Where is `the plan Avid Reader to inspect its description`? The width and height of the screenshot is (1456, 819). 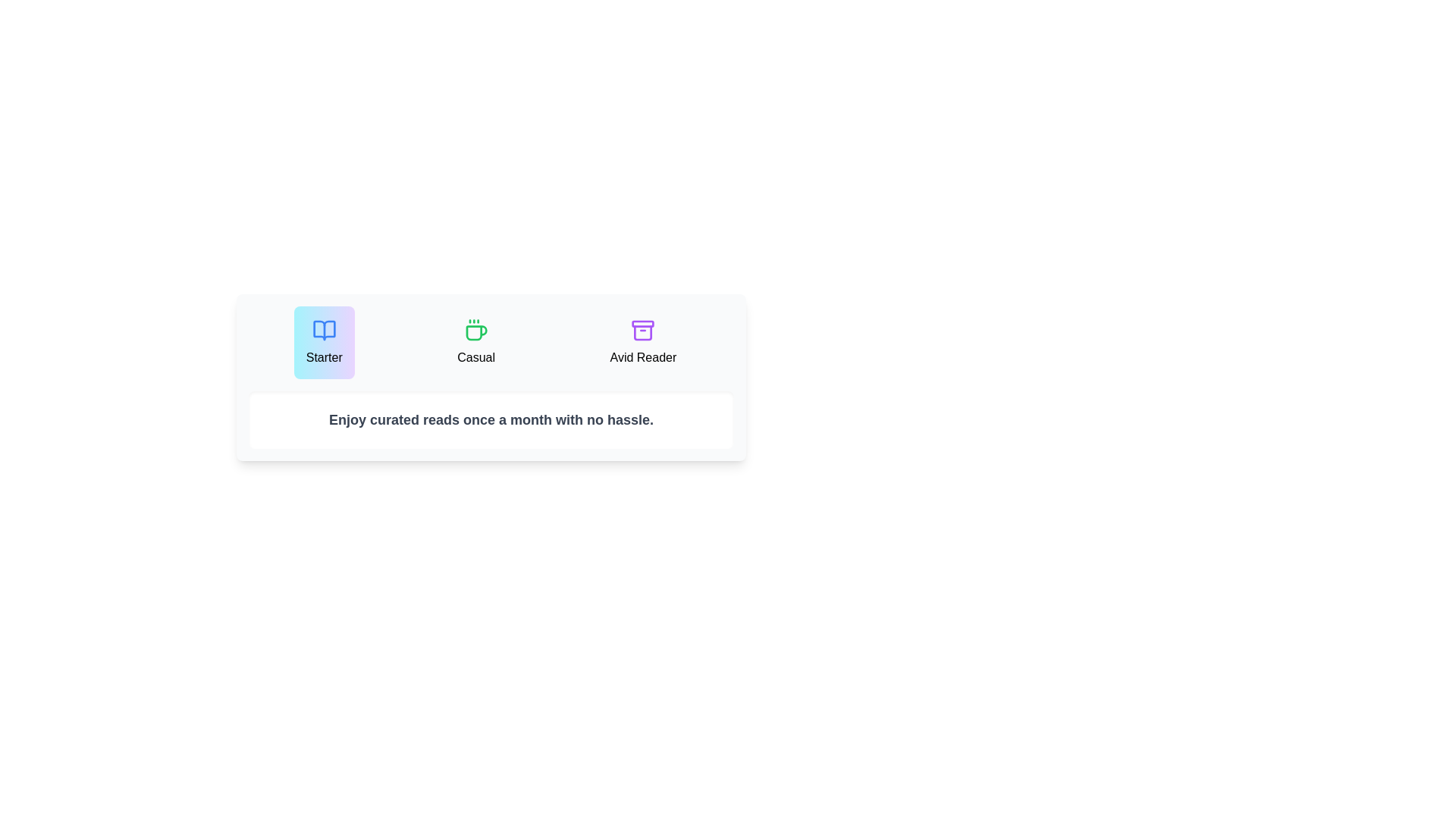
the plan Avid Reader to inspect its description is located at coordinates (643, 342).